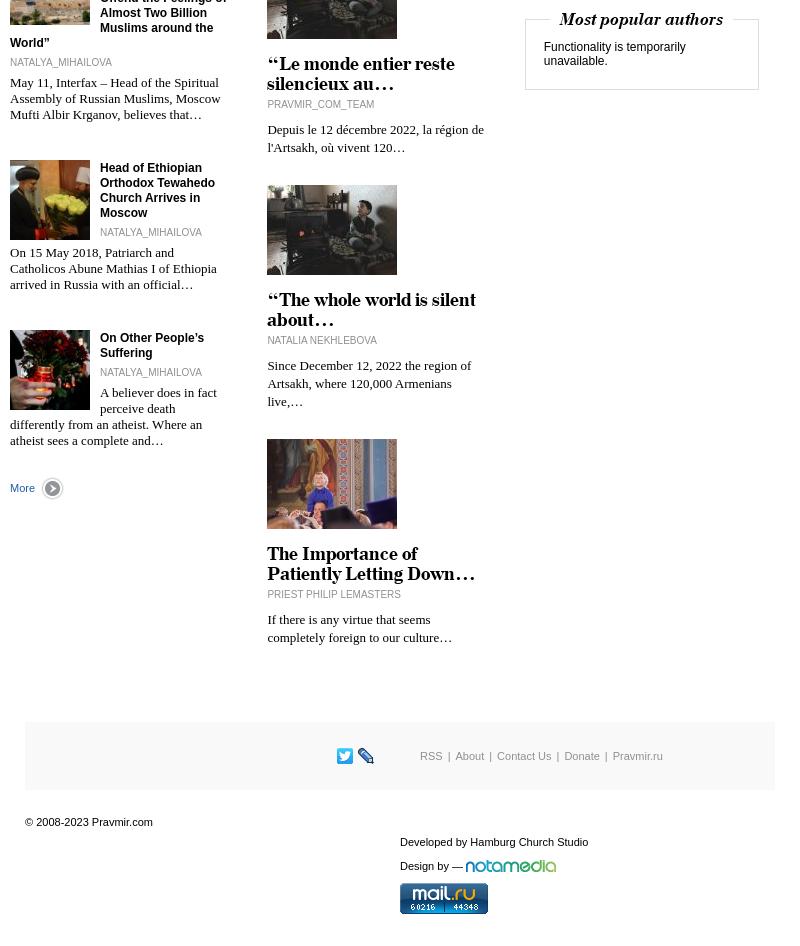 This screenshot has width=800, height=946. I want to click on 'Since December 12, 2022 the region of Artsakh, where 120,000 Armenians live,…', so click(367, 383).